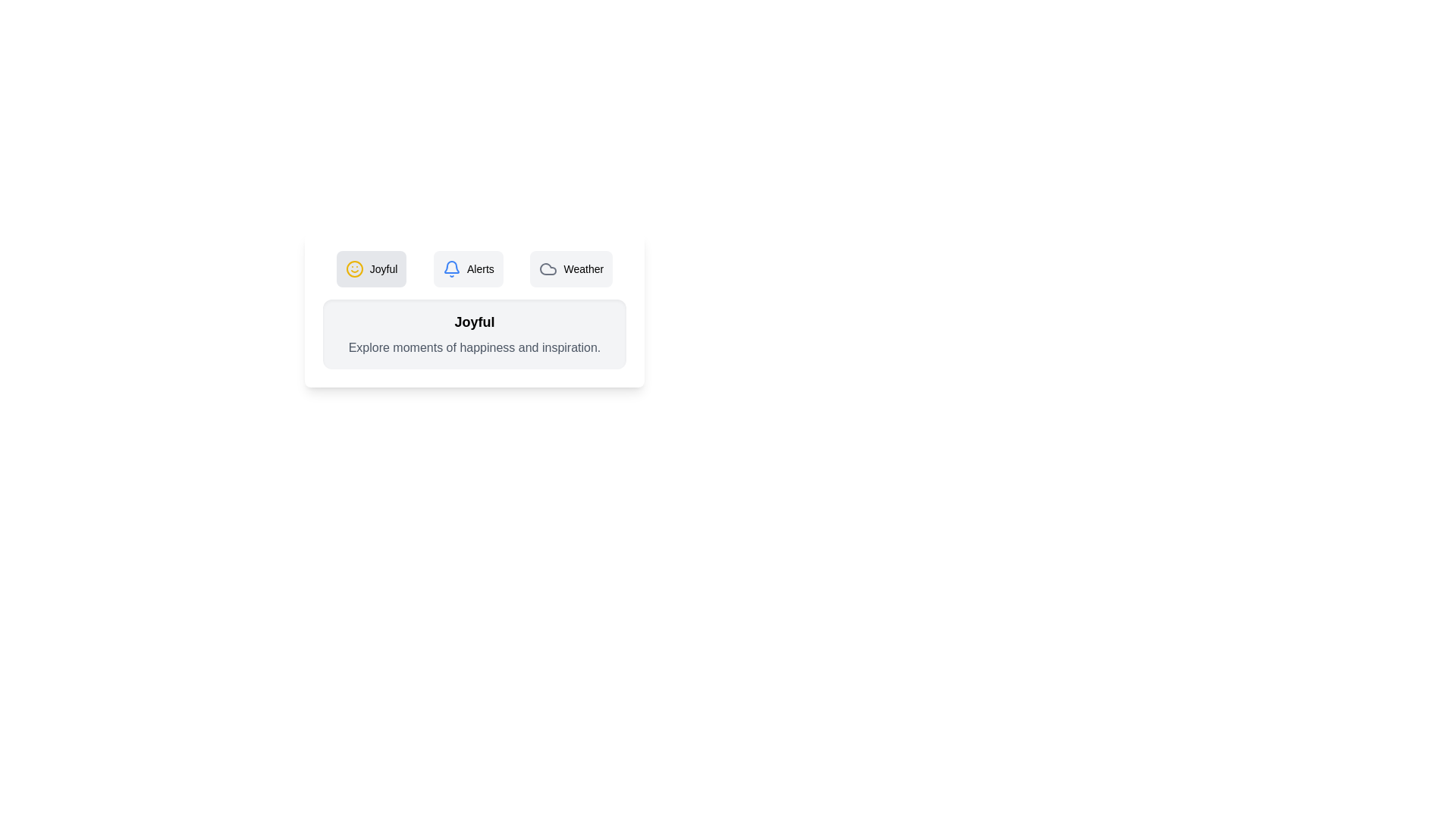  I want to click on the Joyful tab to switch to its content view, so click(371, 268).